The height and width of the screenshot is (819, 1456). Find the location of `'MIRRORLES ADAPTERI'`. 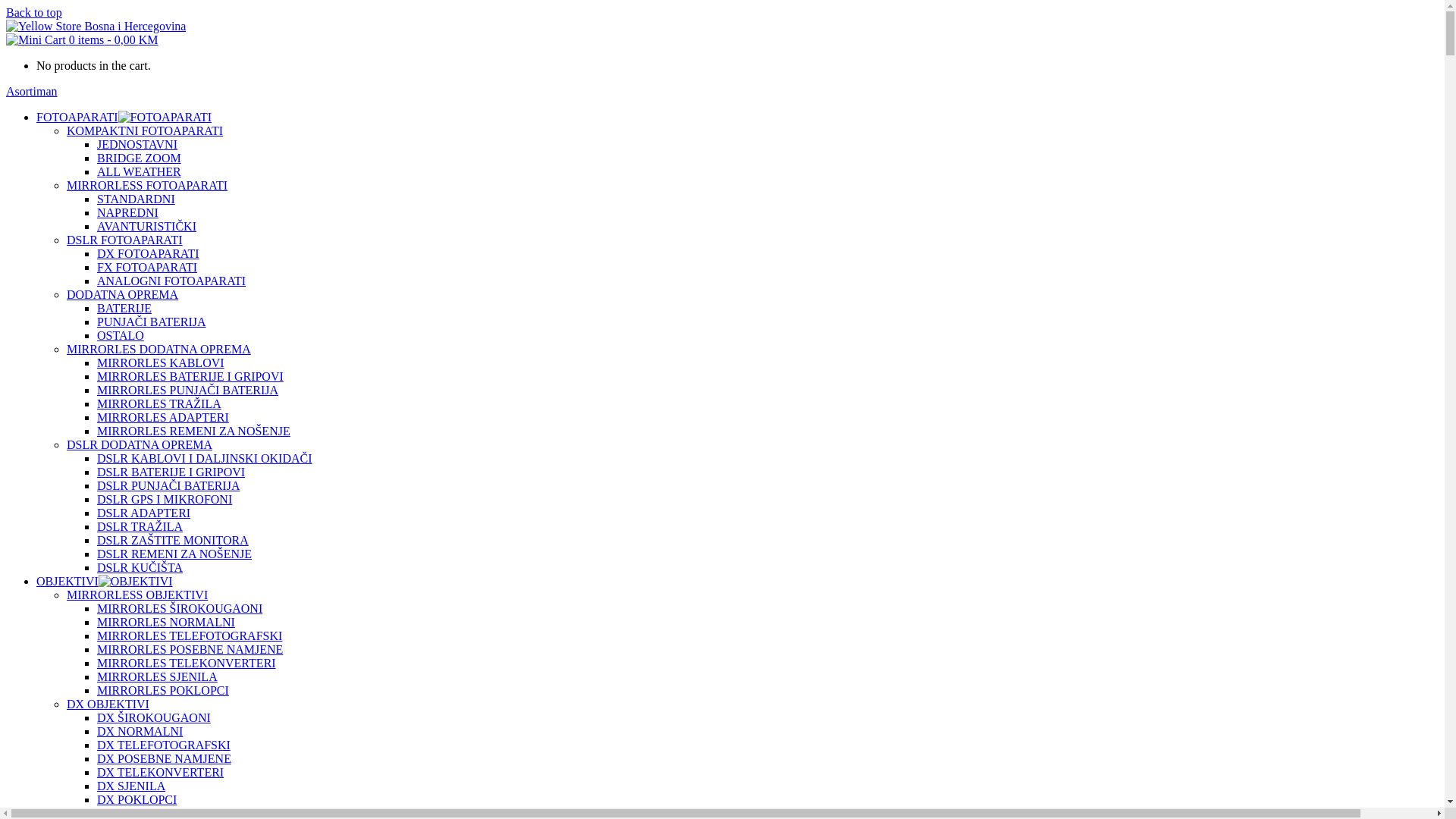

'MIRRORLES ADAPTERI' is located at coordinates (96, 417).